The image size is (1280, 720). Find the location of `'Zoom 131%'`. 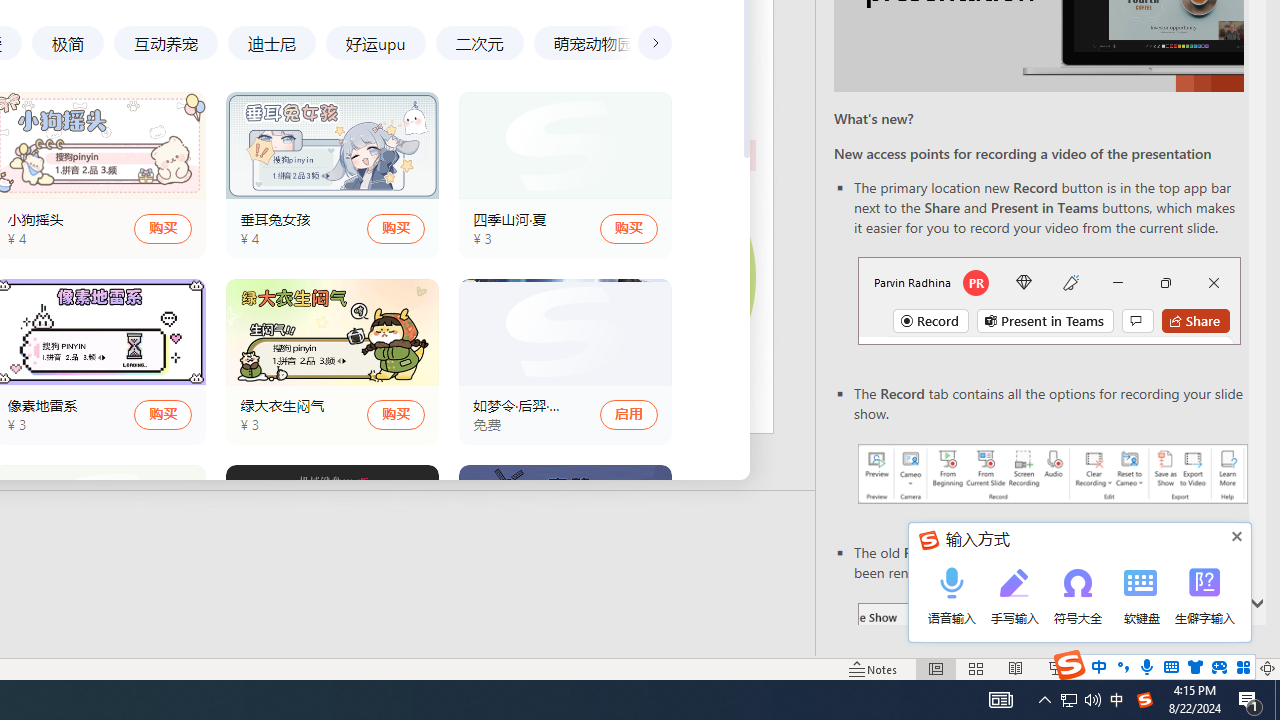

'Zoom 131%' is located at coordinates (1233, 669).